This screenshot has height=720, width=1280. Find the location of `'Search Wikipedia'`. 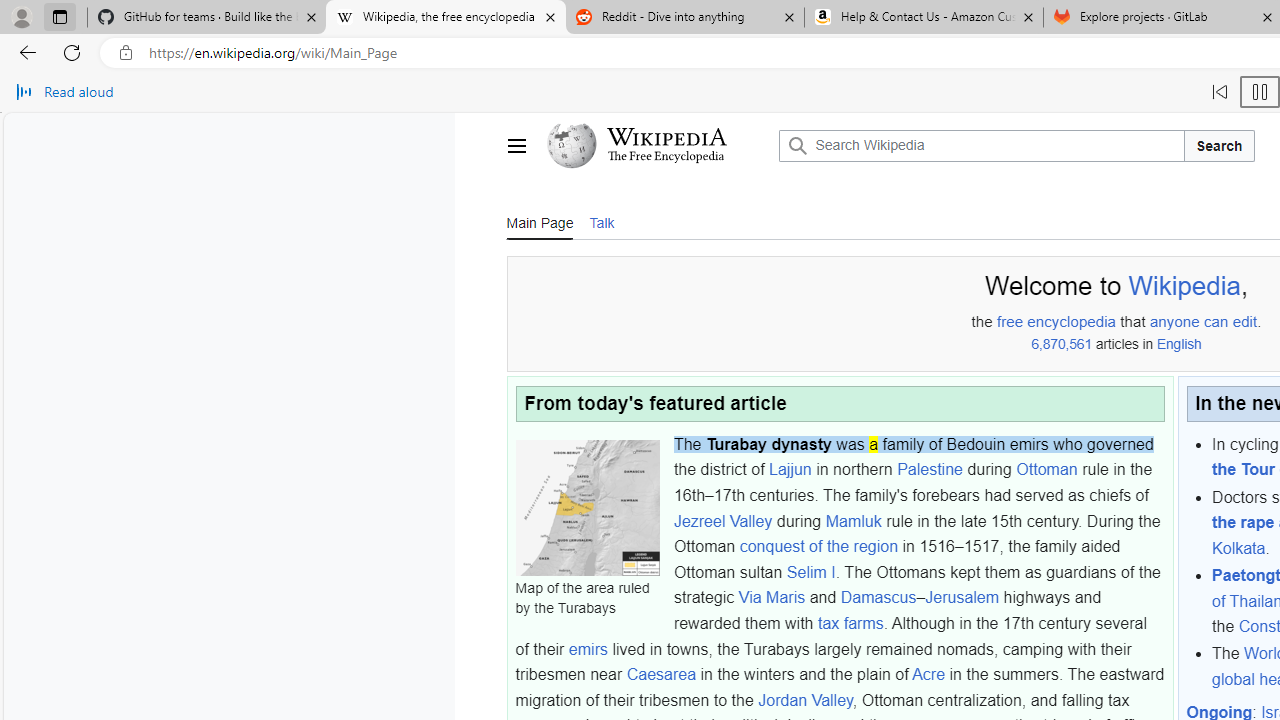

'Search Wikipedia' is located at coordinates (981, 145).